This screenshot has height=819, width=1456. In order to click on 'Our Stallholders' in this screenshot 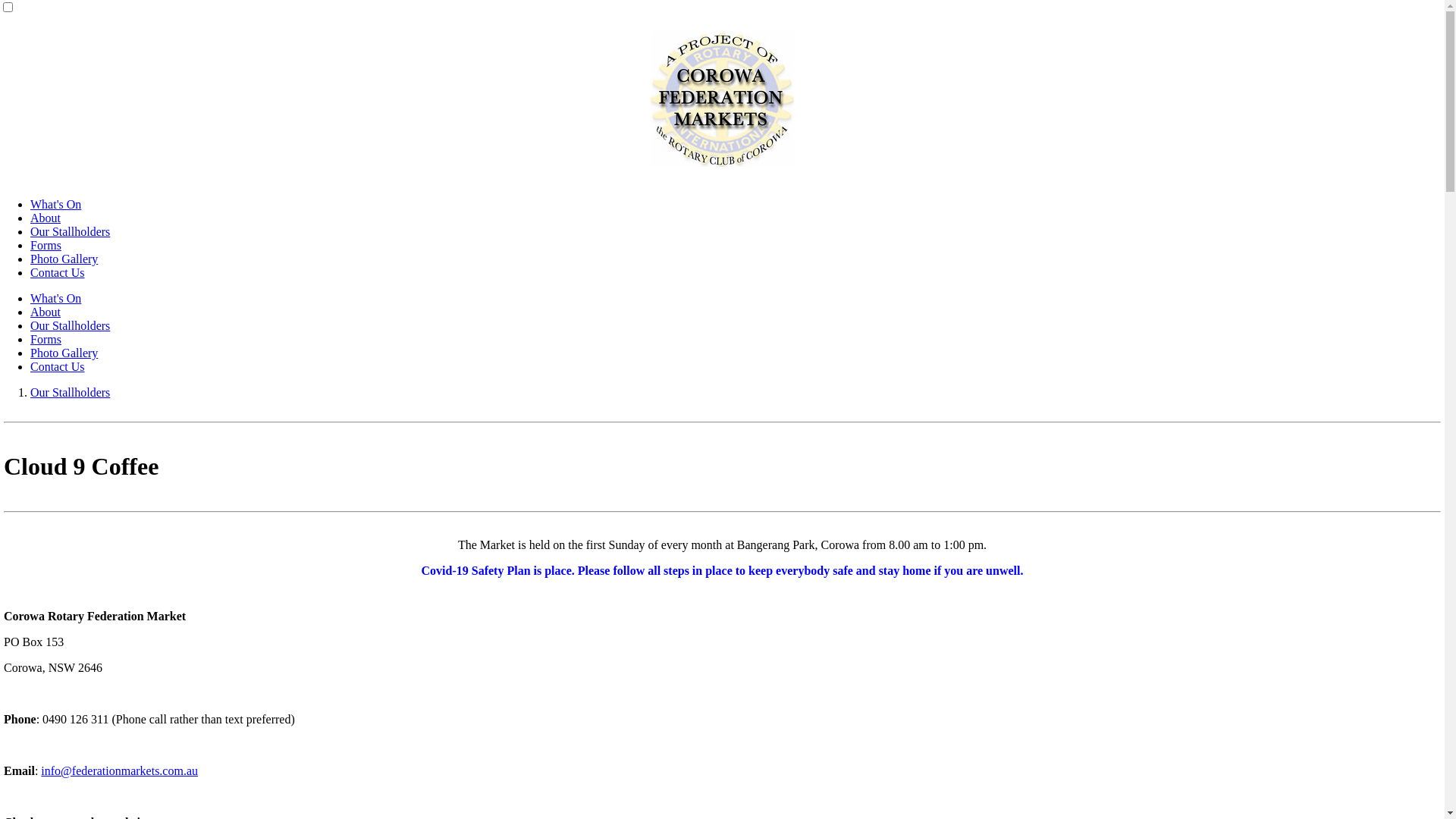, I will do `click(69, 325)`.